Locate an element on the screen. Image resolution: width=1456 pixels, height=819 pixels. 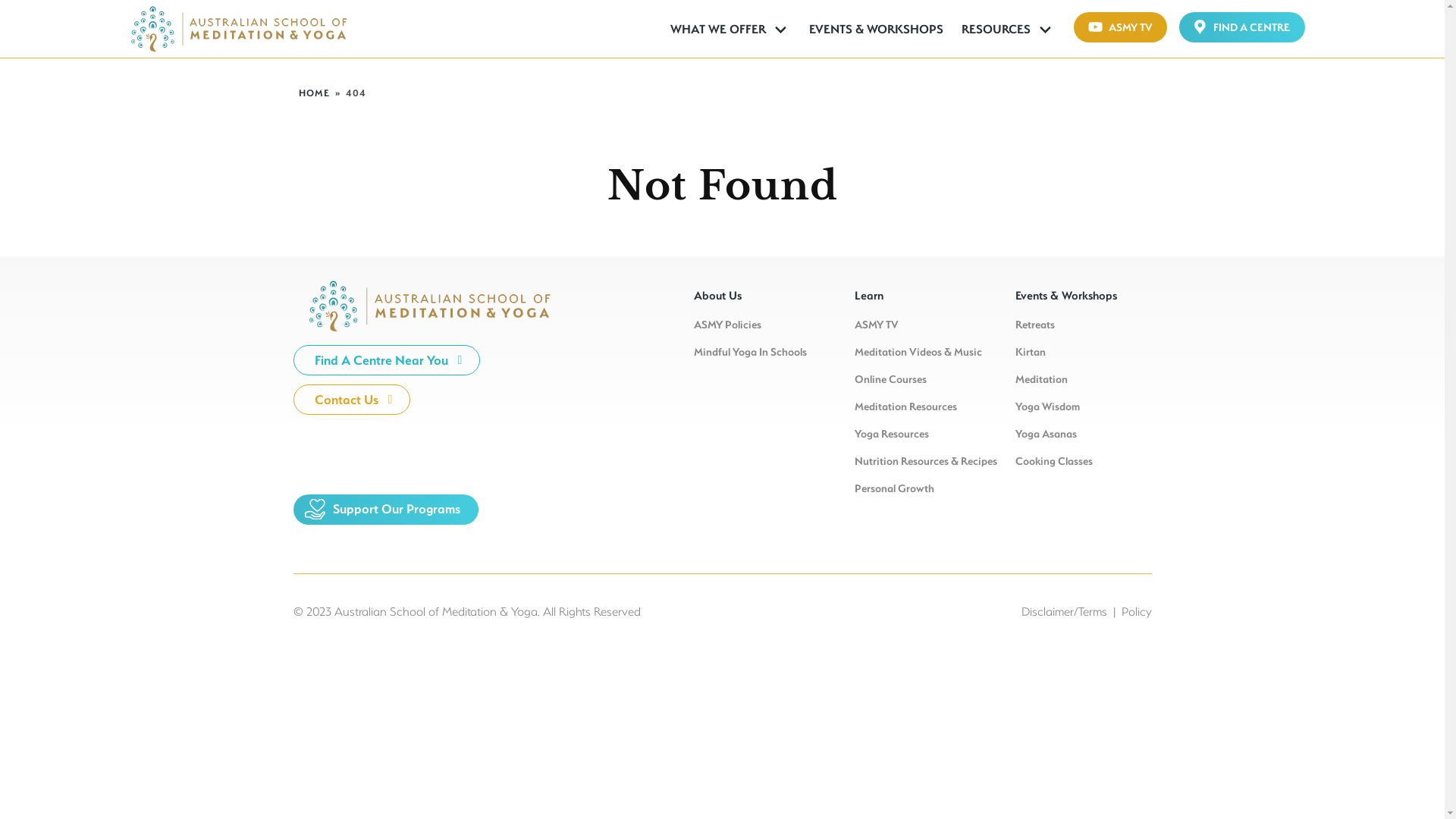
'EVENTS & WORKSHOPS' is located at coordinates (876, 28).